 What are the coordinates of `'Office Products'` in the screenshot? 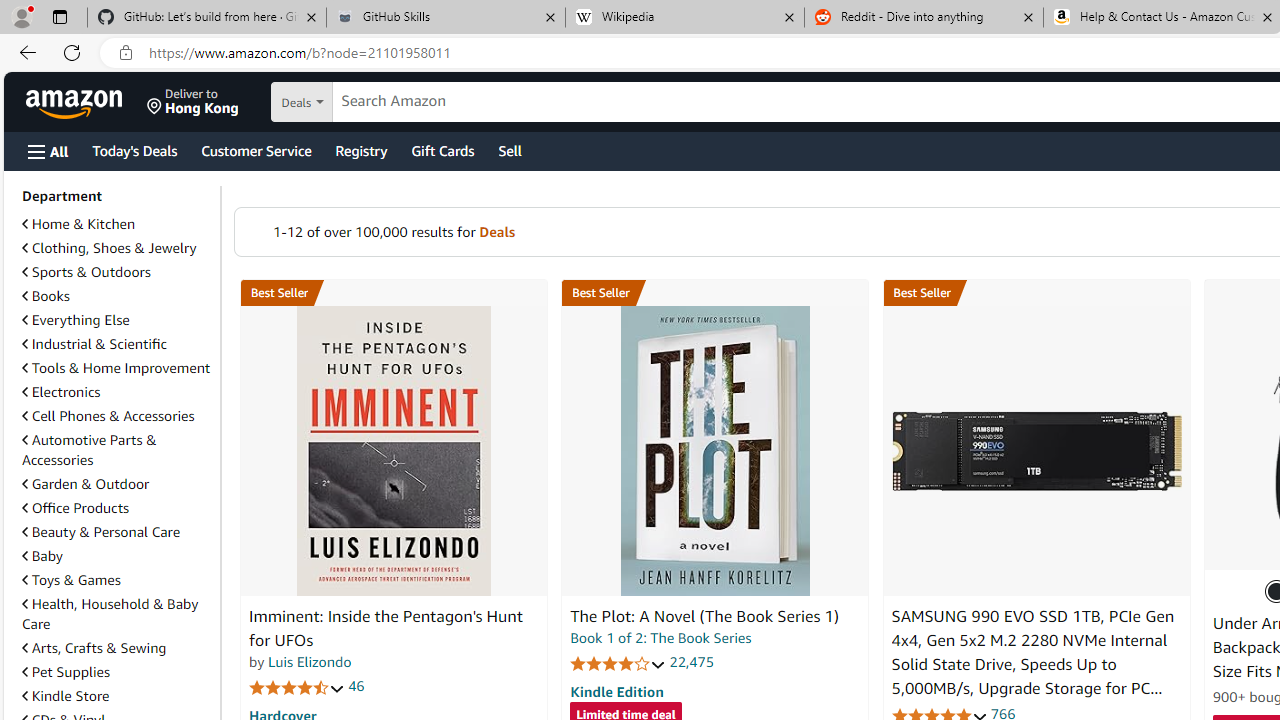 It's located at (76, 506).